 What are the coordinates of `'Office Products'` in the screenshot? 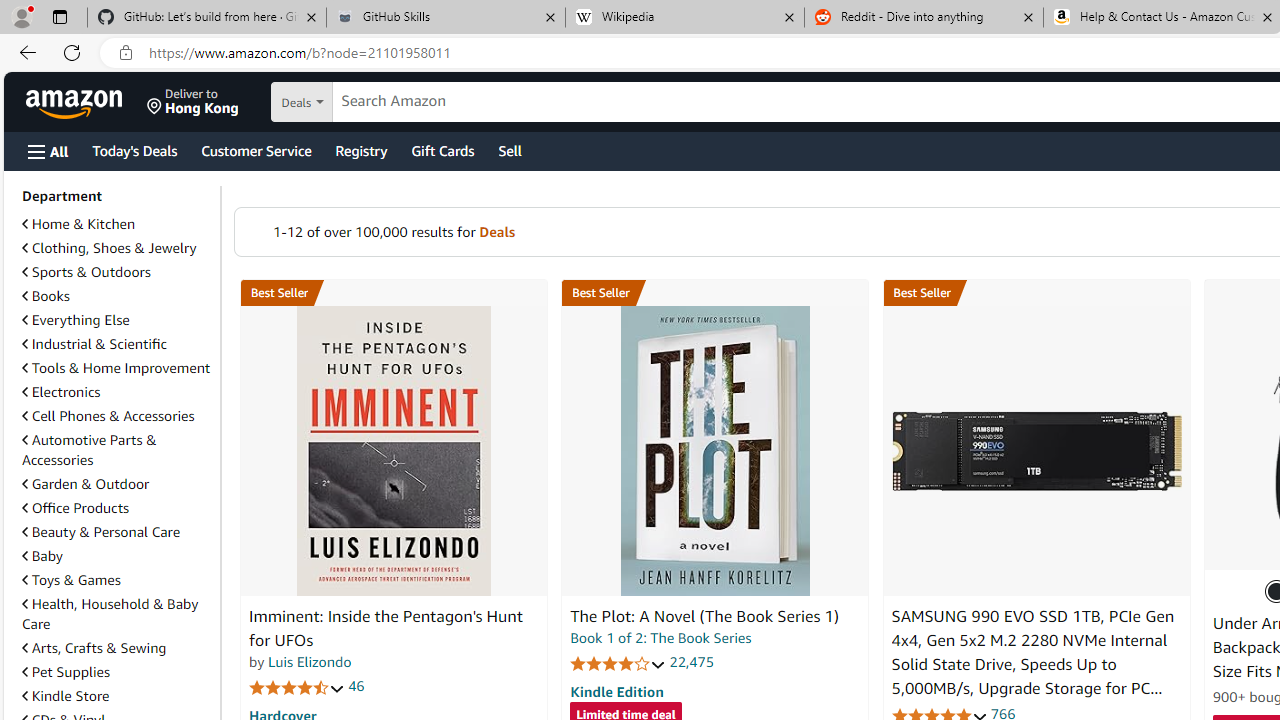 It's located at (76, 506).